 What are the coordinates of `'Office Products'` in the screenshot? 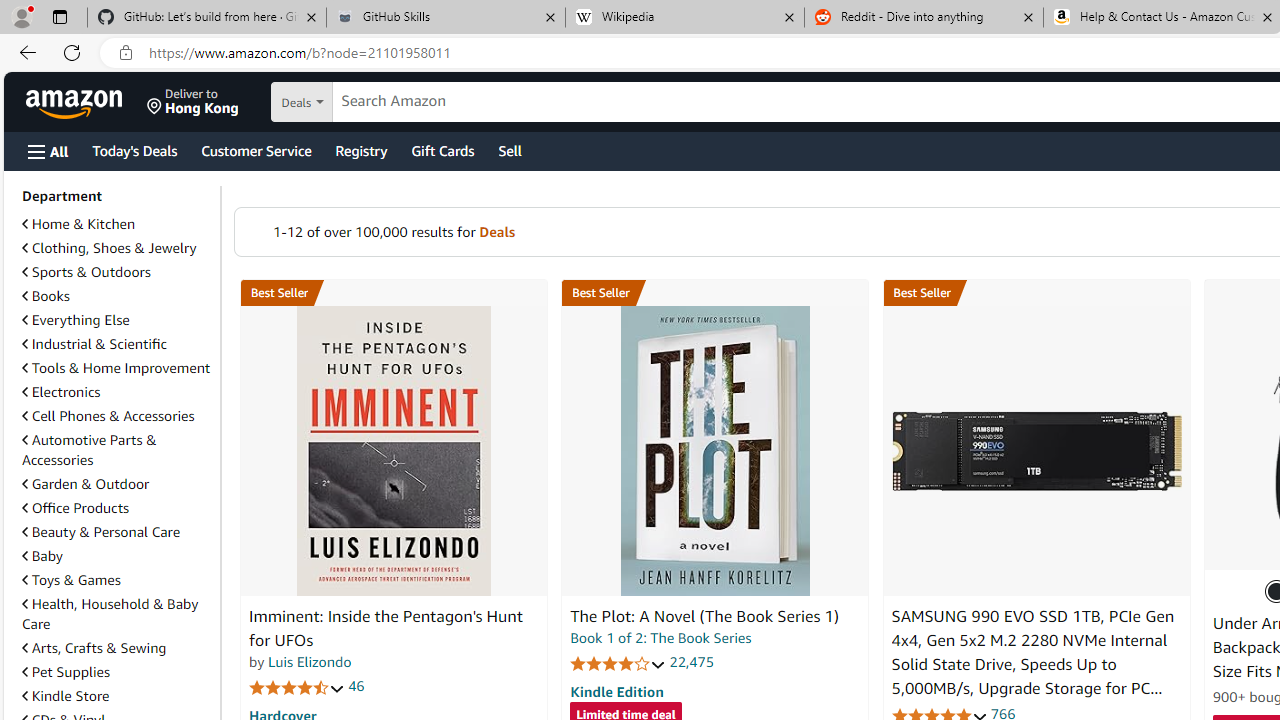 It's located at (76, 506).